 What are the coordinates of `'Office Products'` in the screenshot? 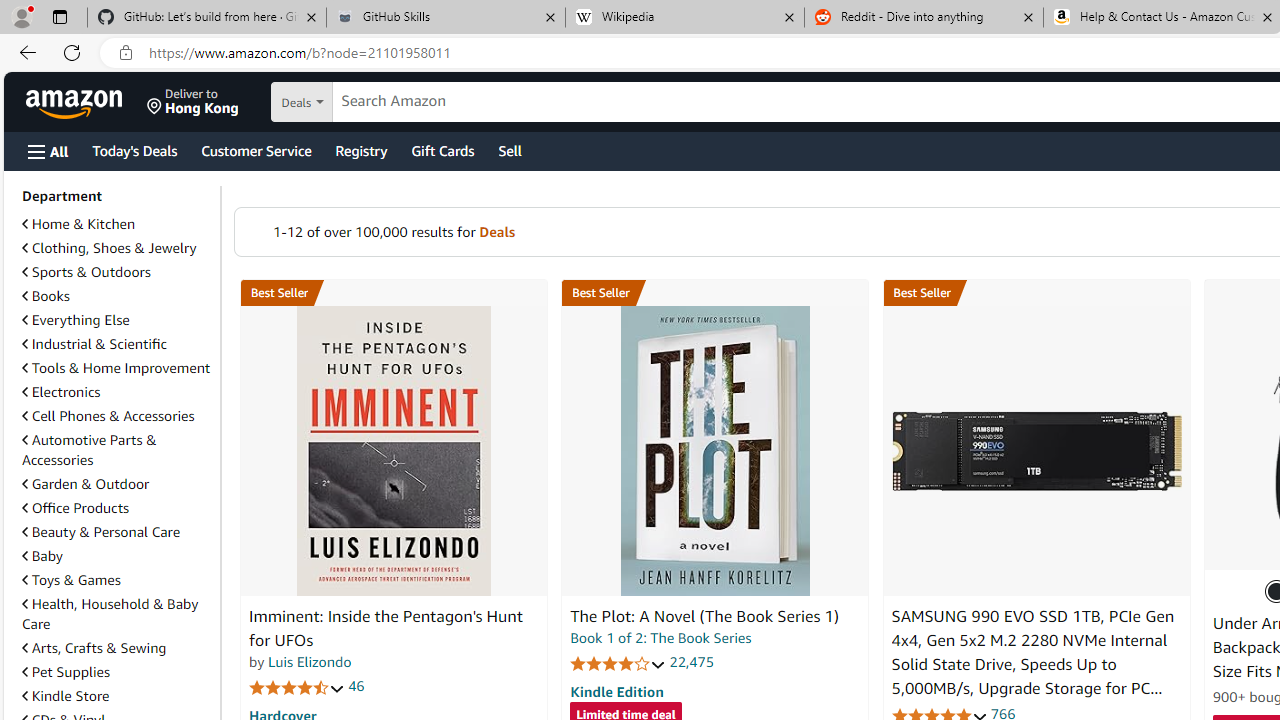 It's located at (76, 506).